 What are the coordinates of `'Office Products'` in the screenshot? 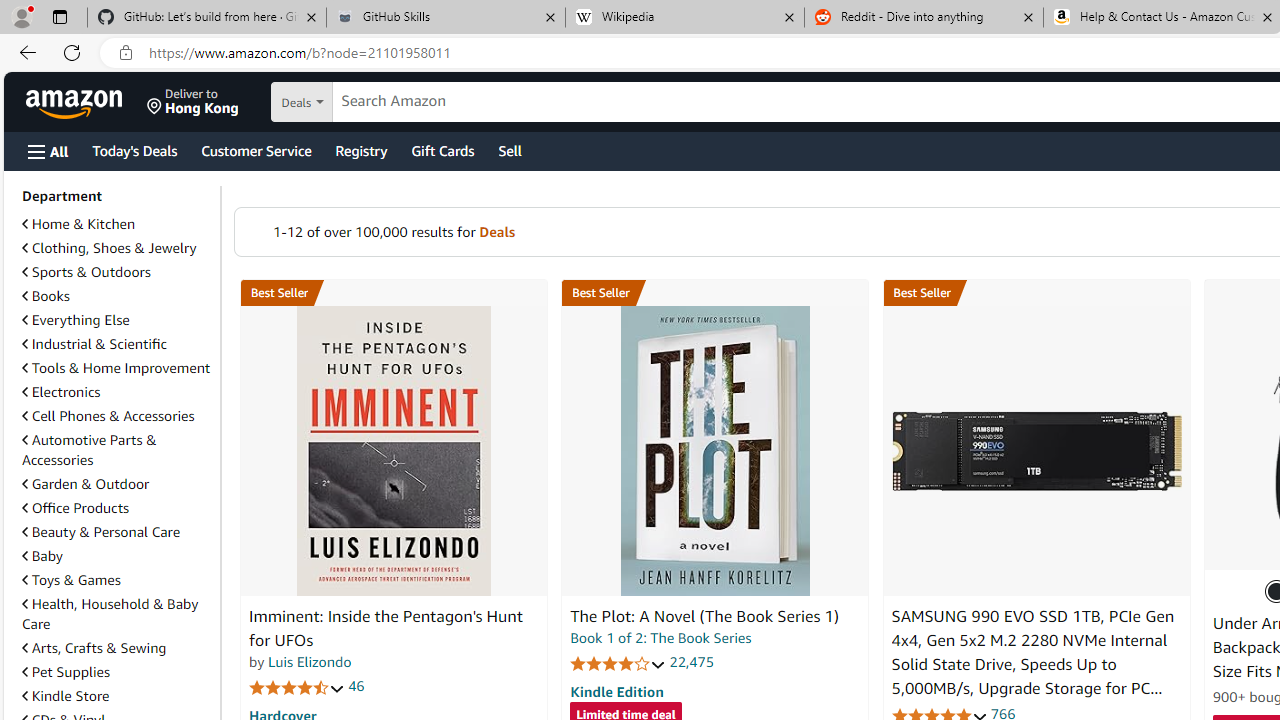 It's located at (76, 506).